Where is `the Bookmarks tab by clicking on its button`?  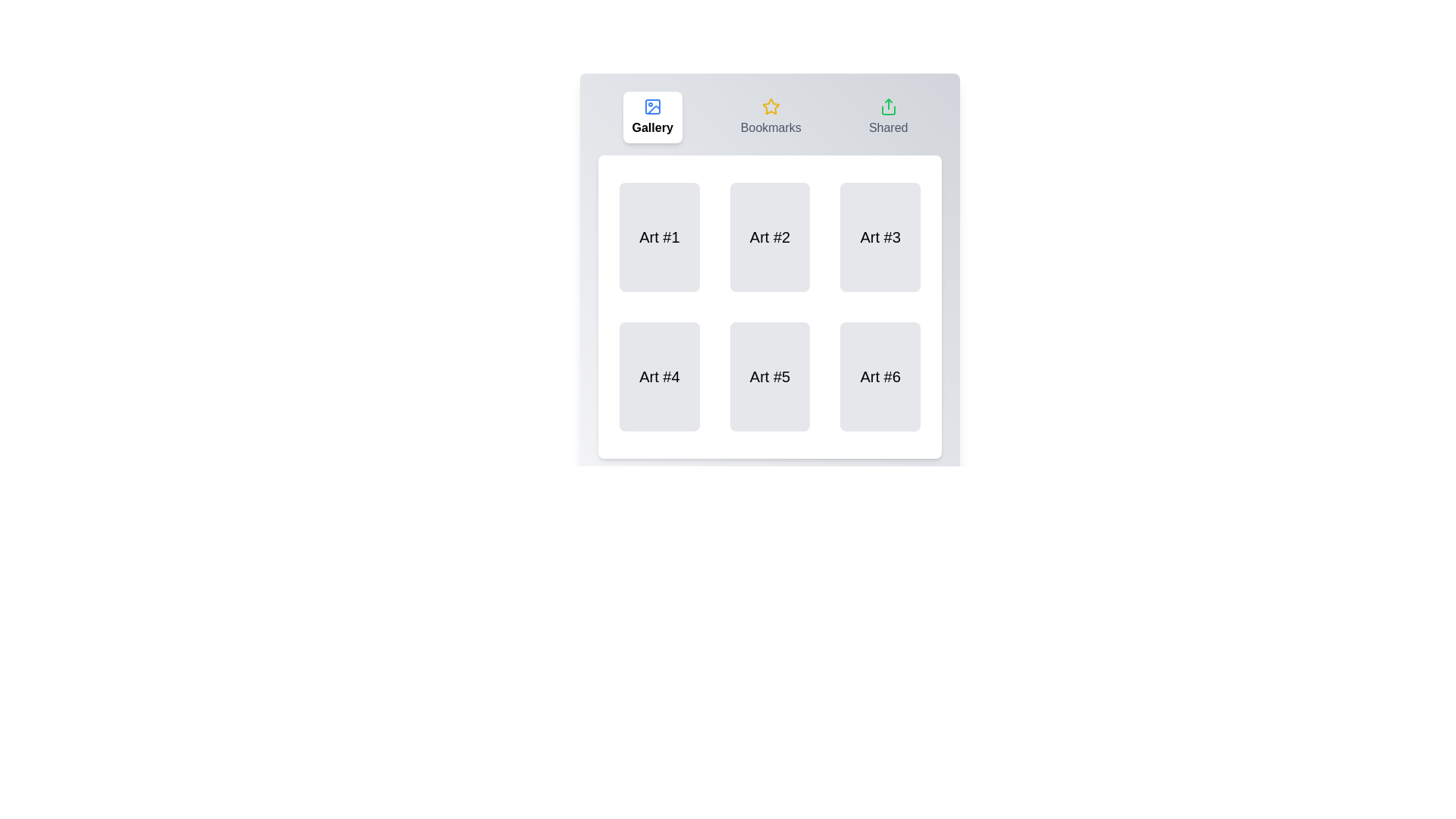 the Bookmarks tab by clicking on its button is located at coordinates (770, 116).